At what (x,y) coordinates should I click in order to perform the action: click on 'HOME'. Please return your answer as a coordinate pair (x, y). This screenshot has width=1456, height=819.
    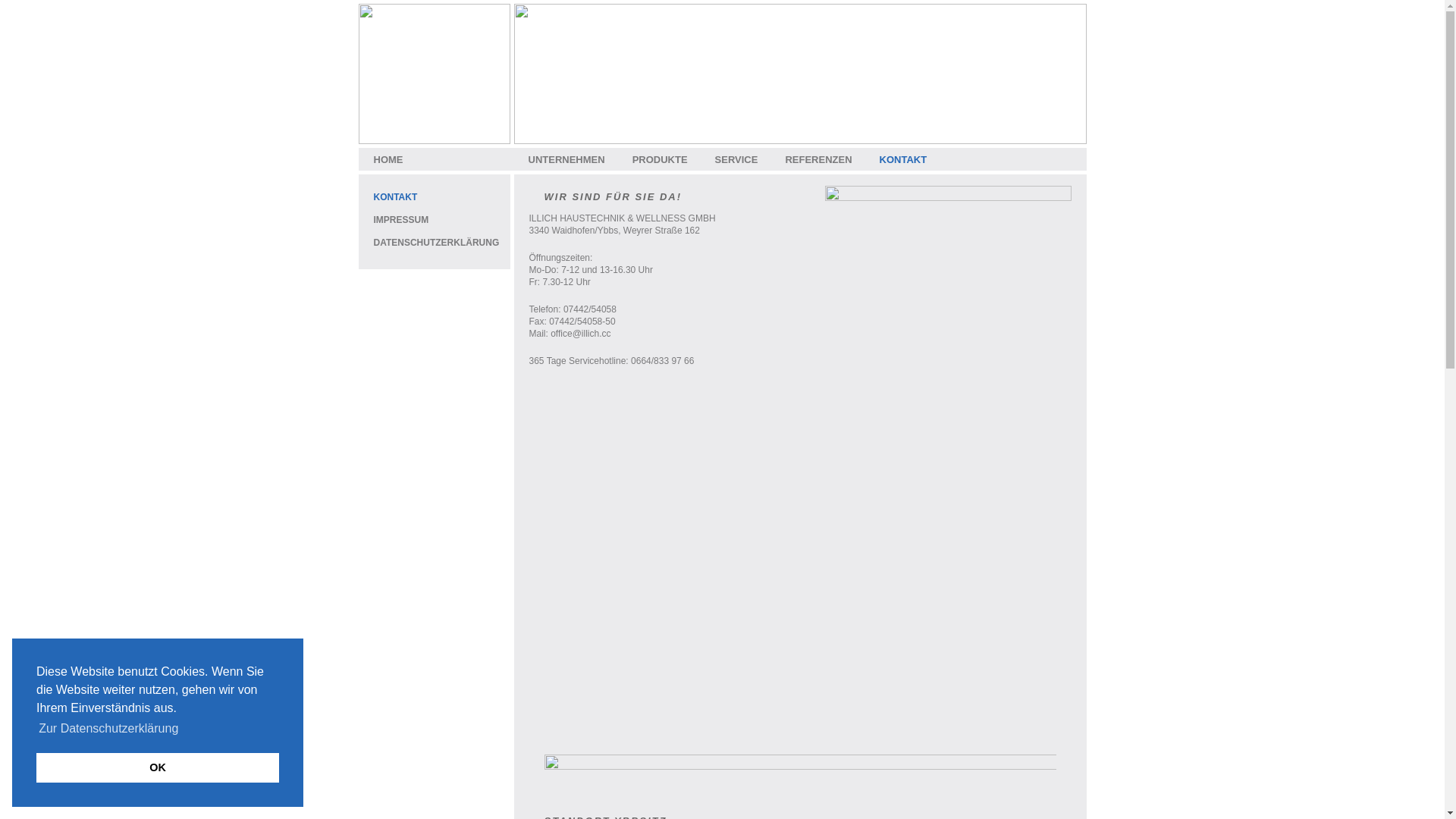
    Looking at the image, I should click on (388, 159).